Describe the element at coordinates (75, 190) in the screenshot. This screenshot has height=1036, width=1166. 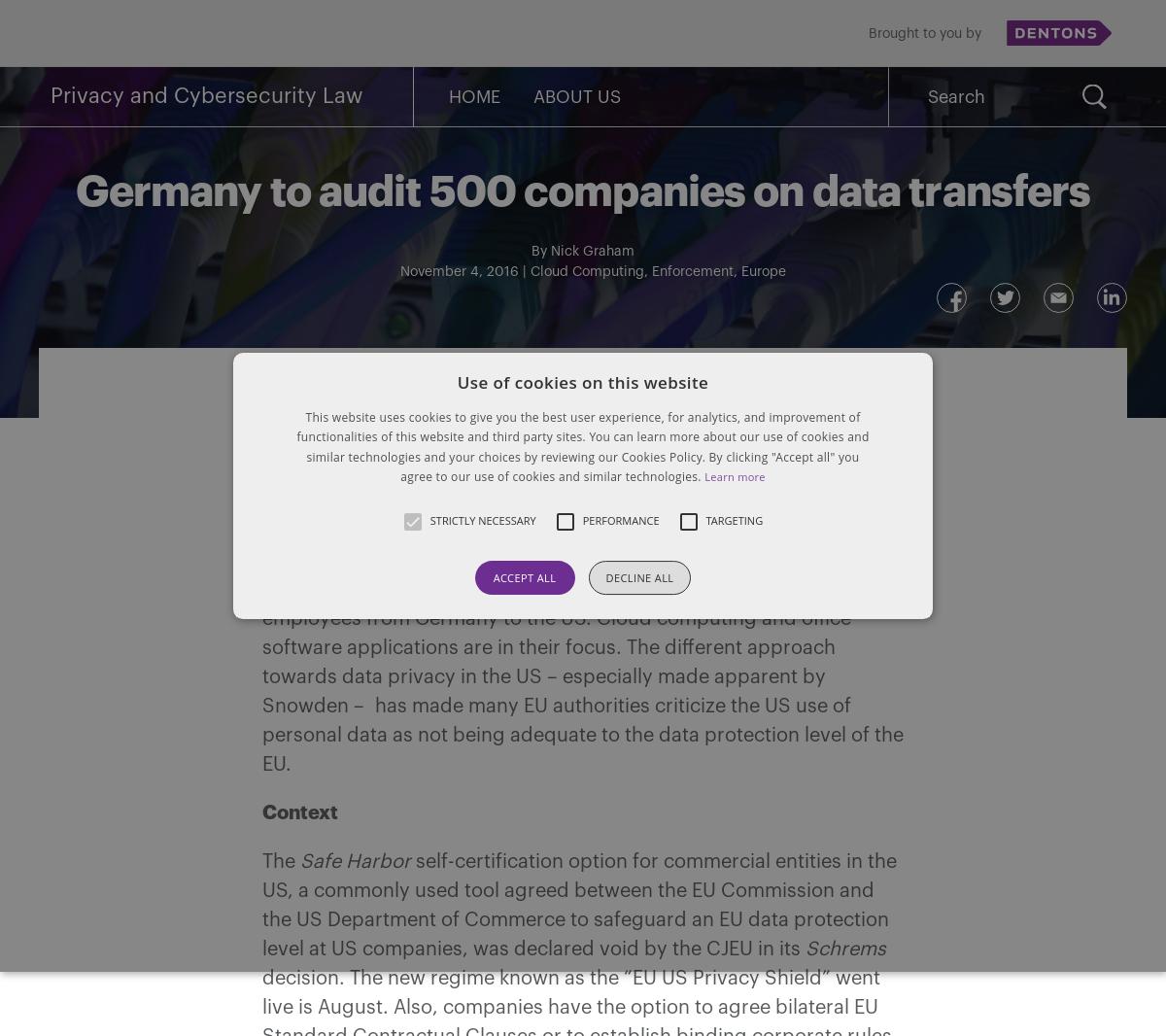
I see `'Germany to audit 500 companies on data transfers'` at that location.